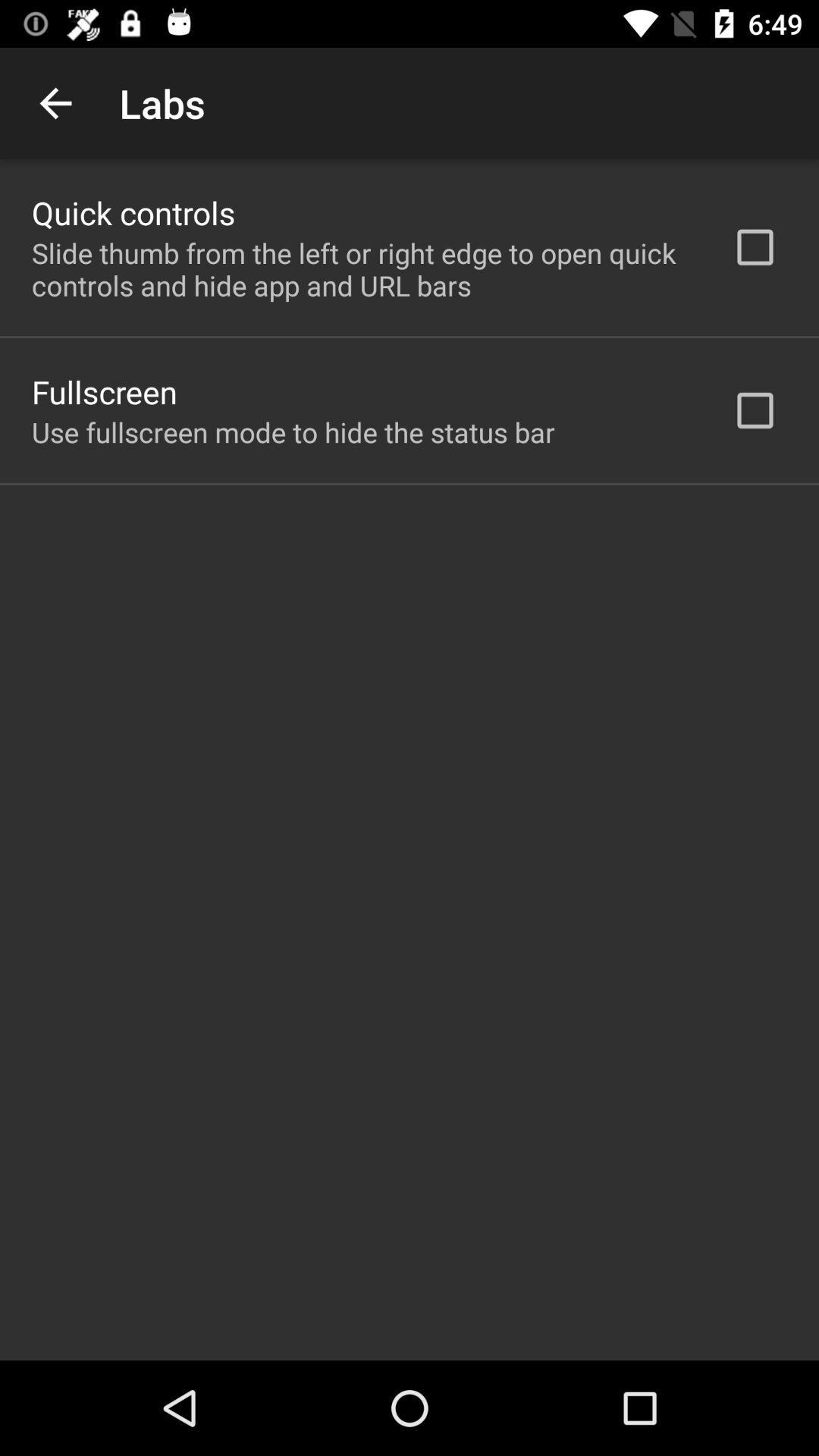 This screenshot has width=819, height=1456. Describe the element at coordinates (55, 102) in the screenshot. I see `the app above quick controls app` at that location.